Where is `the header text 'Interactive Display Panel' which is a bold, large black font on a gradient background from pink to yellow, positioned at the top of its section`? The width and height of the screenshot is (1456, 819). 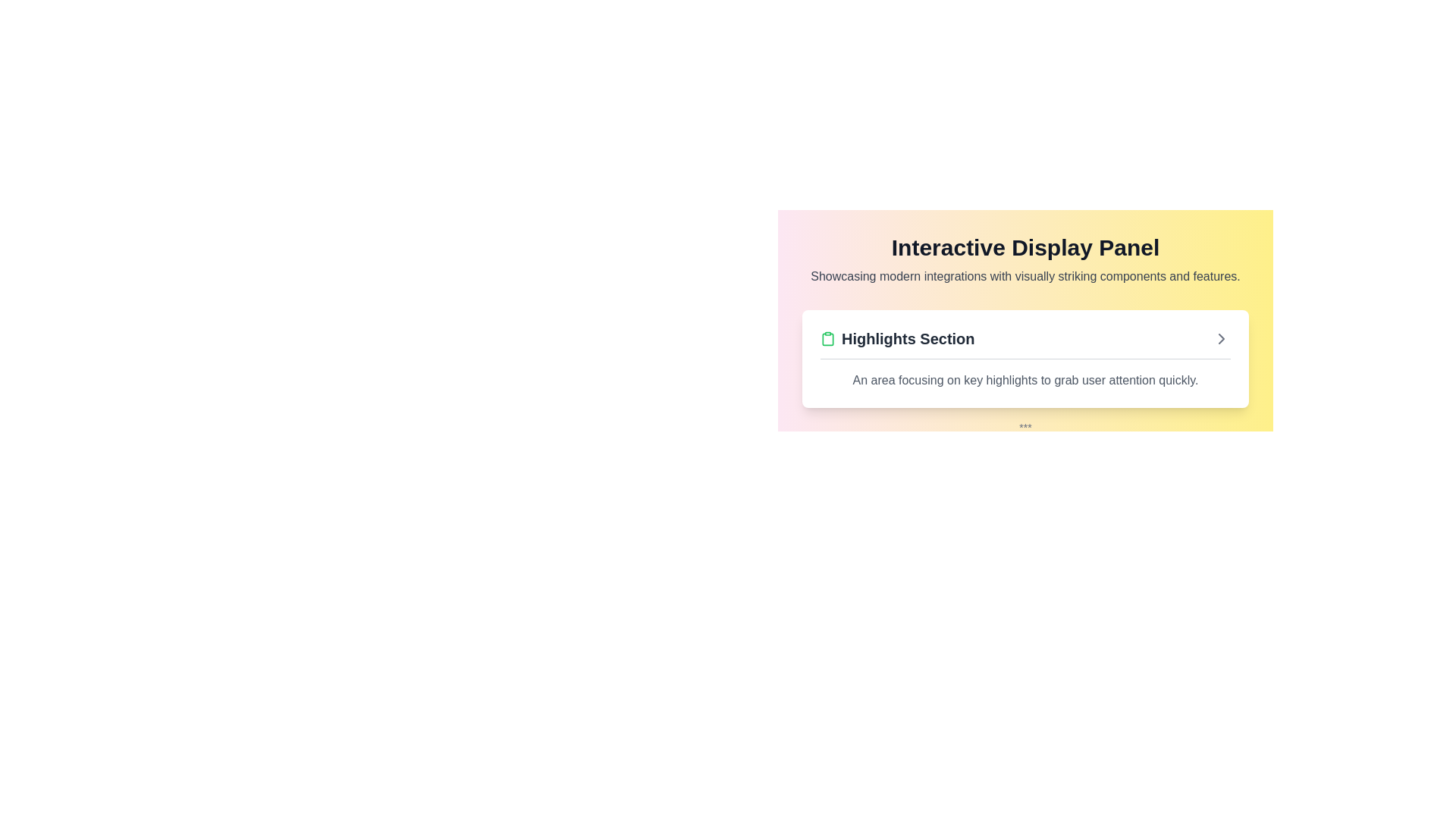 the header text 'Interactive Display Panel' which is a bold, large black font on a gradient background from pink to yellow, positioned at the top of its section is located at coordinates (1025, 247).